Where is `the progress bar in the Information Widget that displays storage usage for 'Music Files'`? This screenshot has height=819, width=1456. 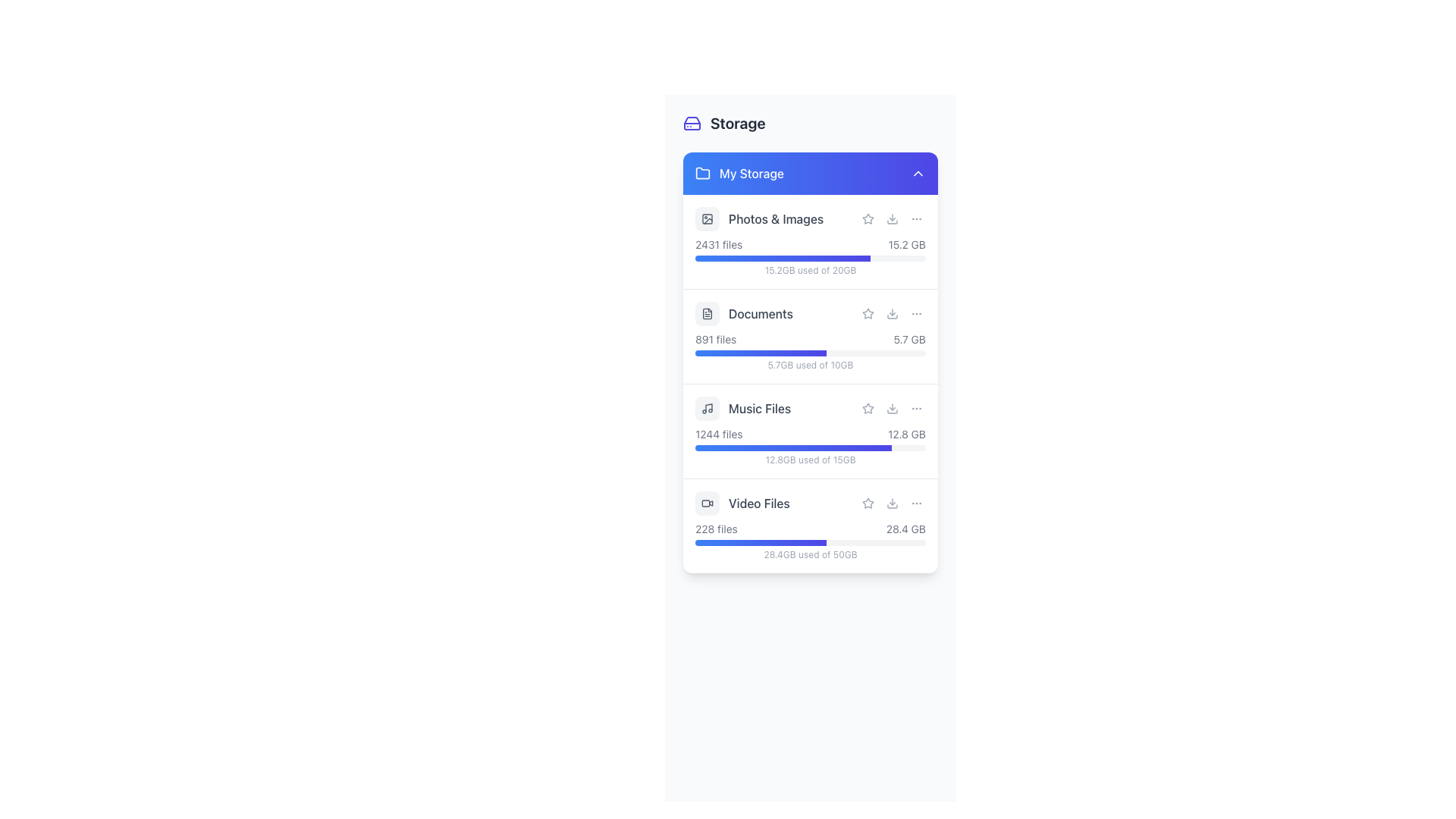 the progress bar in the Information Widget that displays storage usage for 'Music Files' is located at coordinates (810, 446).